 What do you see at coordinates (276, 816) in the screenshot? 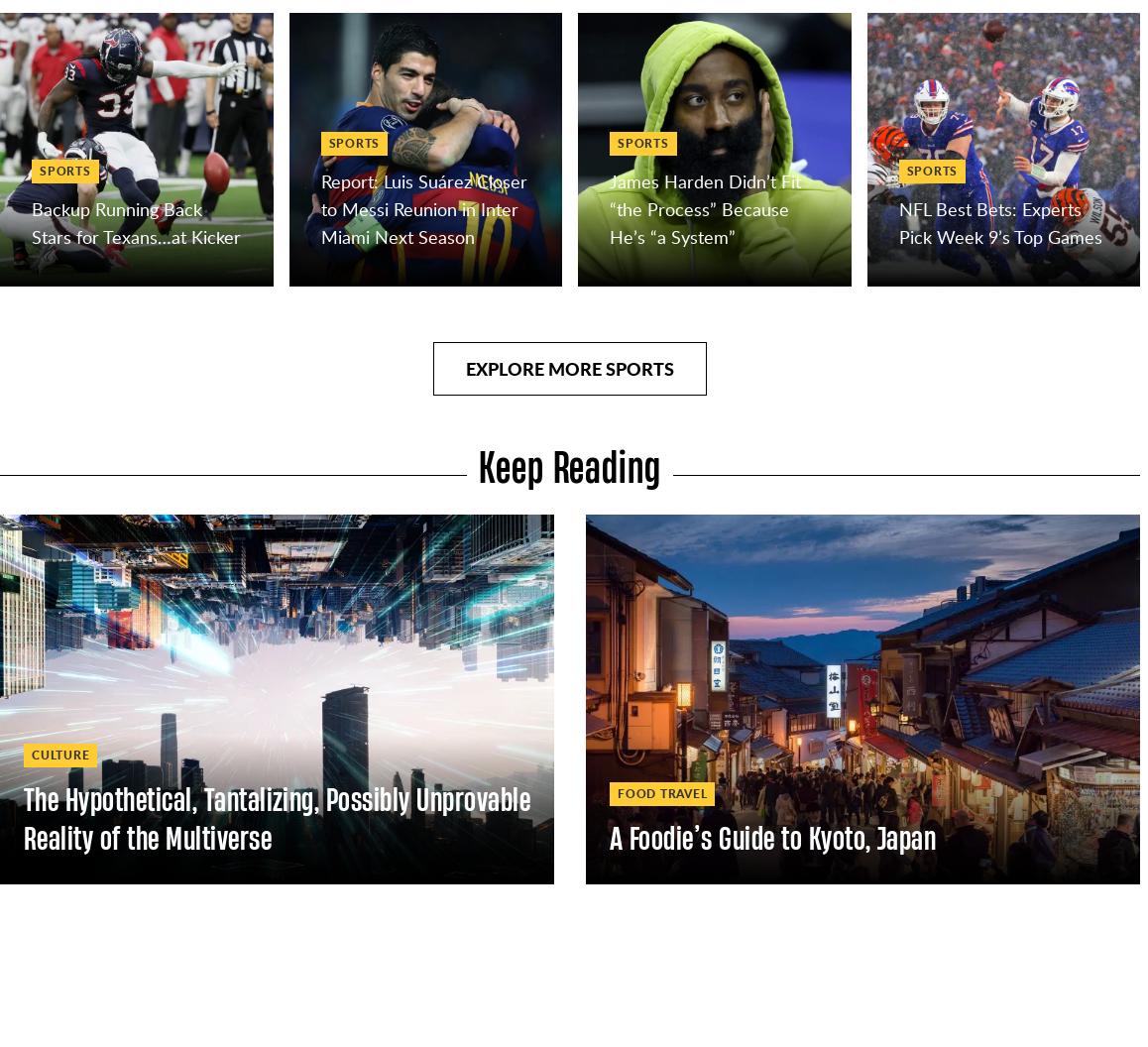
I see `'The Hypothetical, Tantalizing, Possibly Unprovable Reality of the Multiverse'` at bounding box center [276, 816].